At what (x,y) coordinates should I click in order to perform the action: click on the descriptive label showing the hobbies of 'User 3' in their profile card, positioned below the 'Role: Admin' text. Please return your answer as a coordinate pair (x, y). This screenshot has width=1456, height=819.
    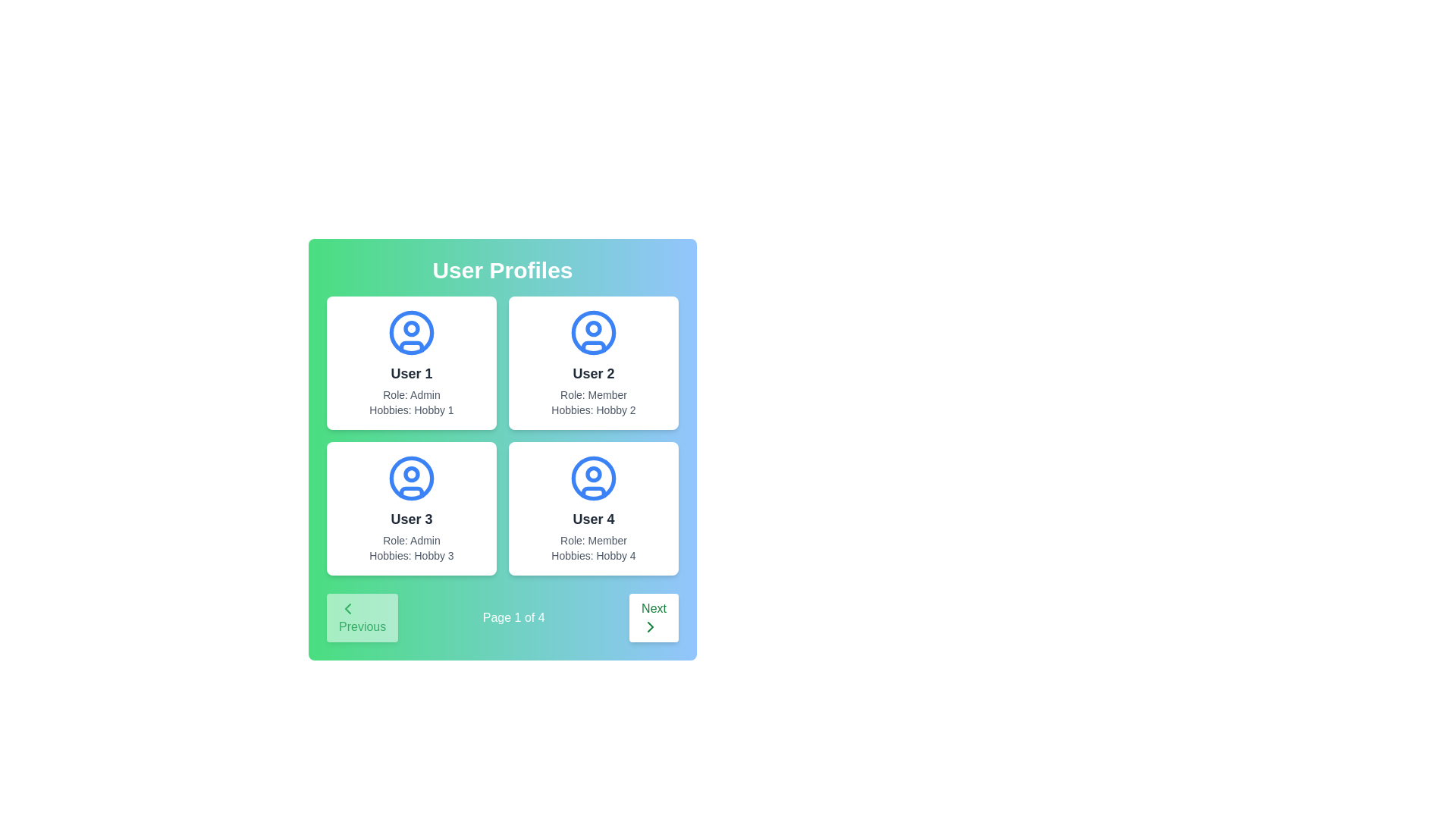
    Looking at the image, I should click on (411, 555).